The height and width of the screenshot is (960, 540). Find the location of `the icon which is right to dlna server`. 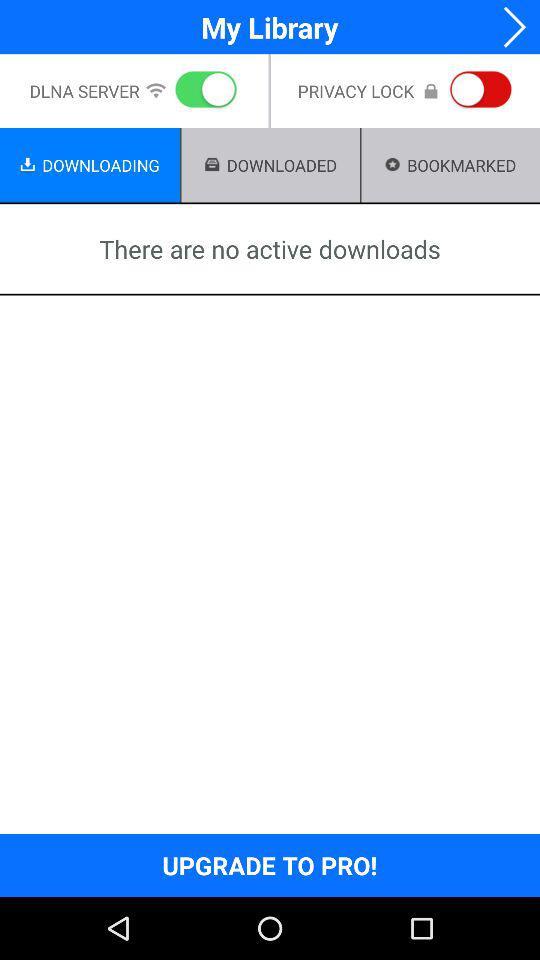

the icon which is right to dlna server is located at coordinates (155, 91).